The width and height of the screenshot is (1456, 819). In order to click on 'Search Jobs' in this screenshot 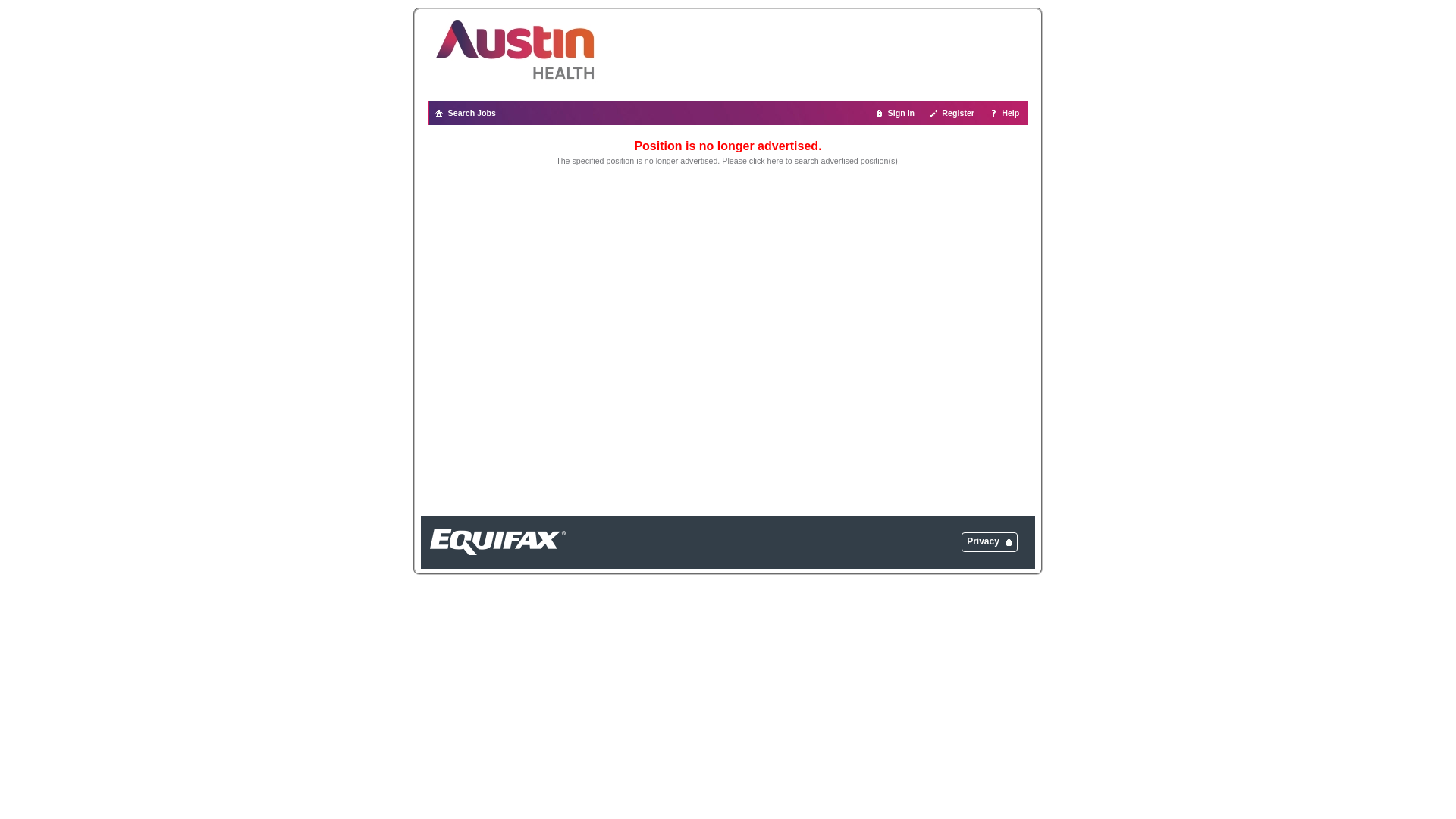, I will do `click(428, 112)`.